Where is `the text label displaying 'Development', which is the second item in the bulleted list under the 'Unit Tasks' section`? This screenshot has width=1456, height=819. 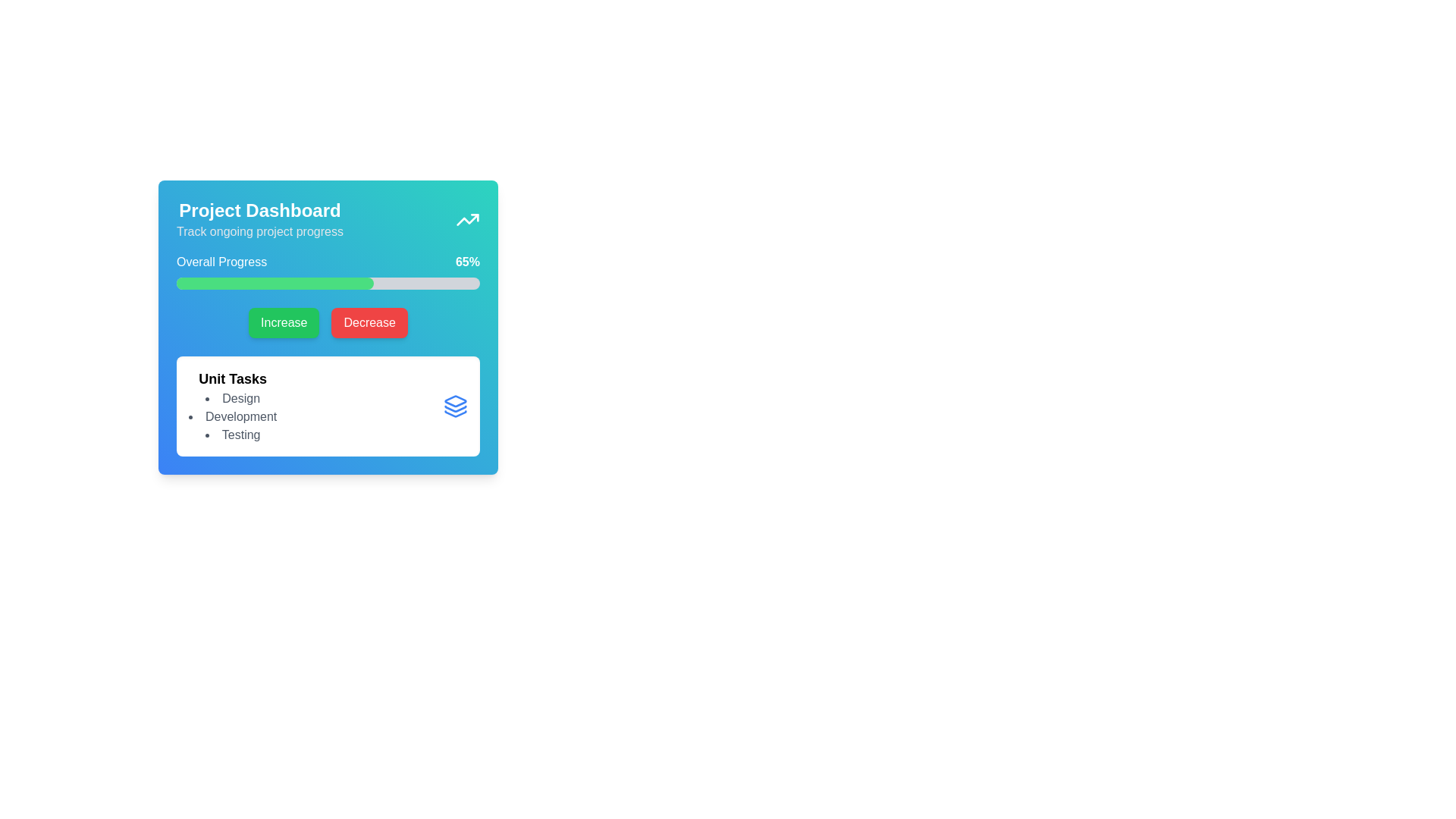
the text label displaying 'Development', which is the second item in the bulleted list under the 'Unit Tasks' section is located at coordinates (232, 417).